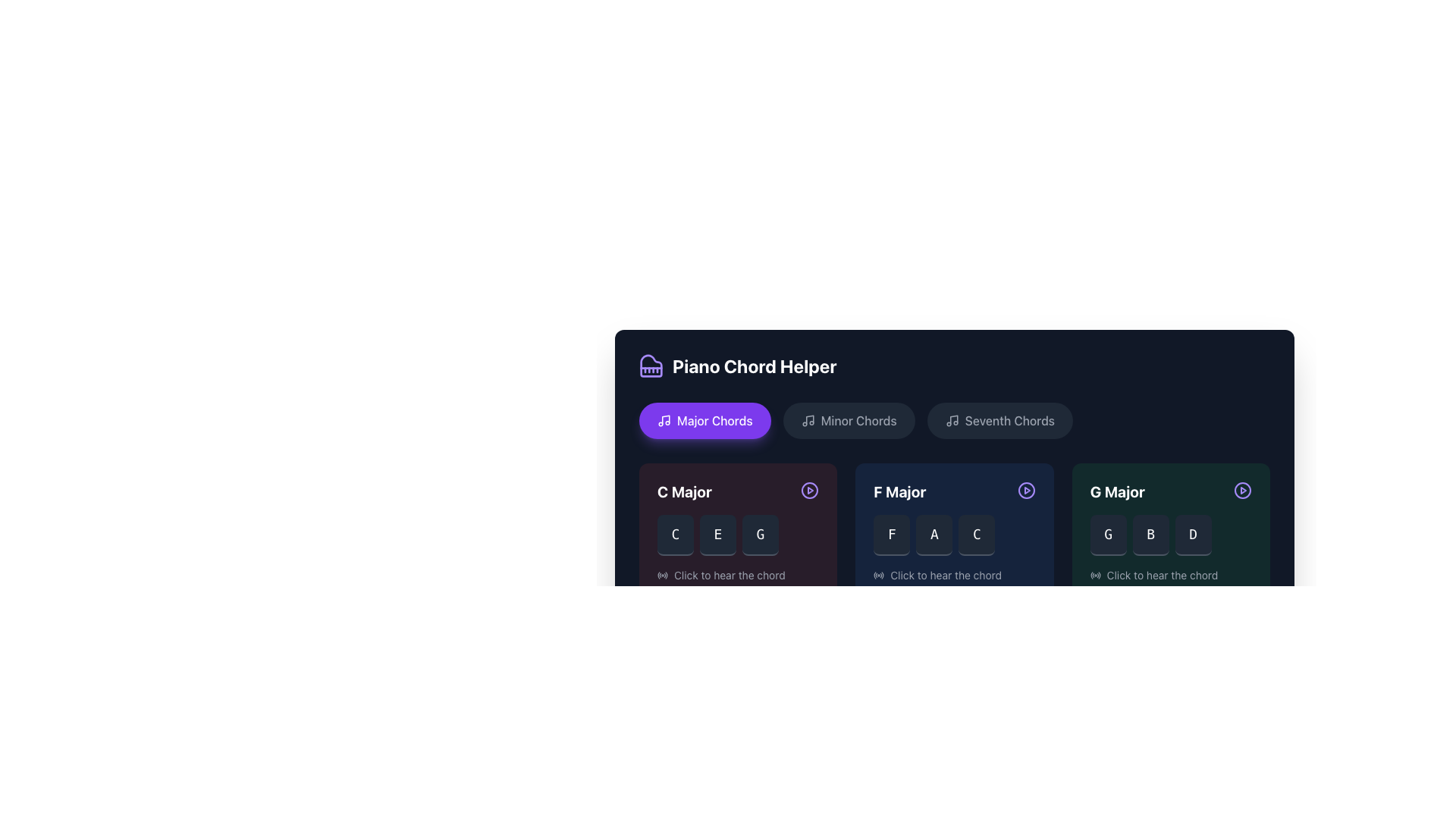 This screenshot has width=1456, height=819. I want to click on the vertical line segment of the musical note icon located near the top left corner of the interface, so click(808, 419).